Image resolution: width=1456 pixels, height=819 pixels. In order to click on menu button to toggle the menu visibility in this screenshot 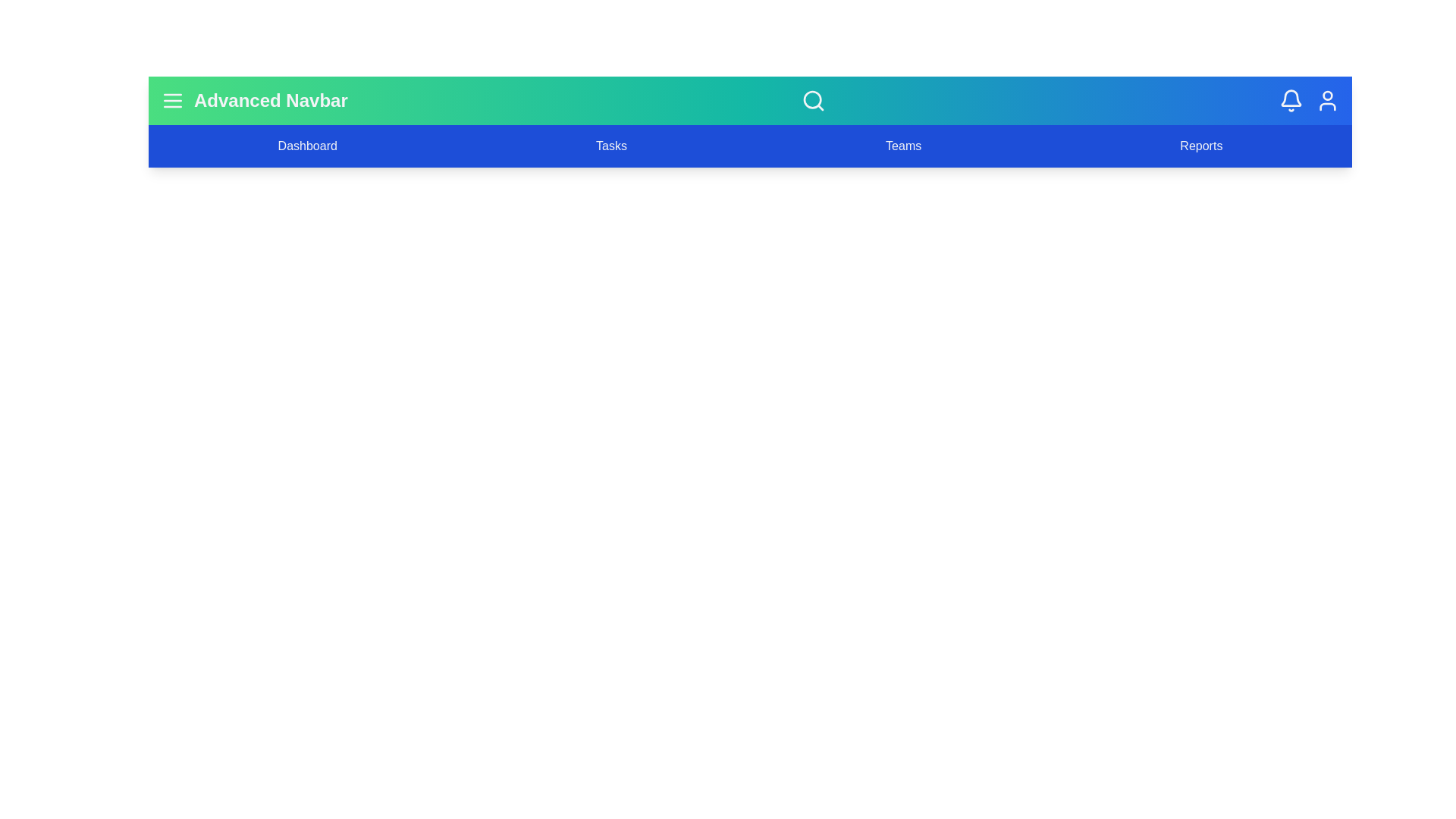, I will do `click(172, 100)`.